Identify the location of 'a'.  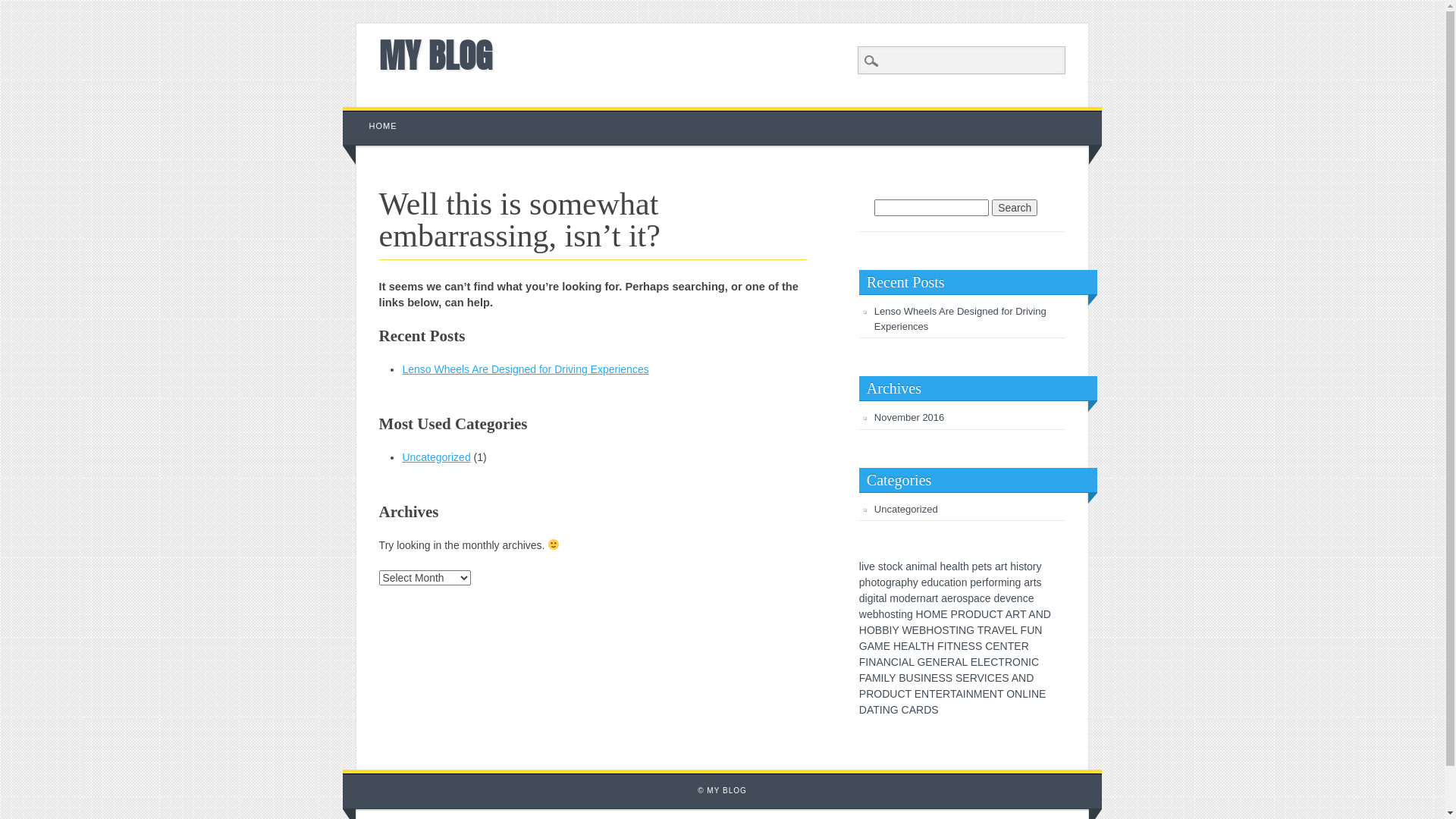
(997, 566).